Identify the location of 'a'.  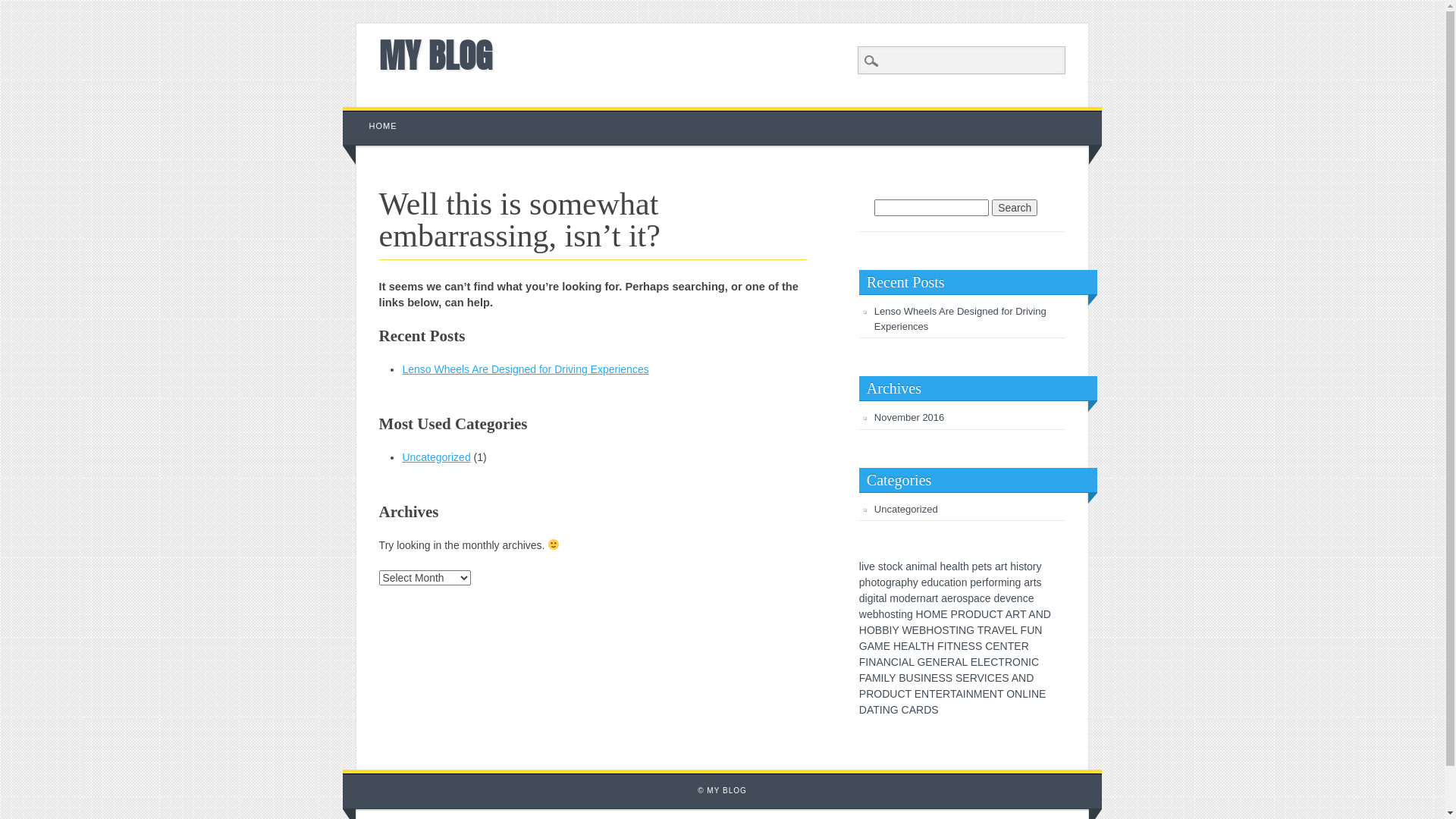
(997, 566).